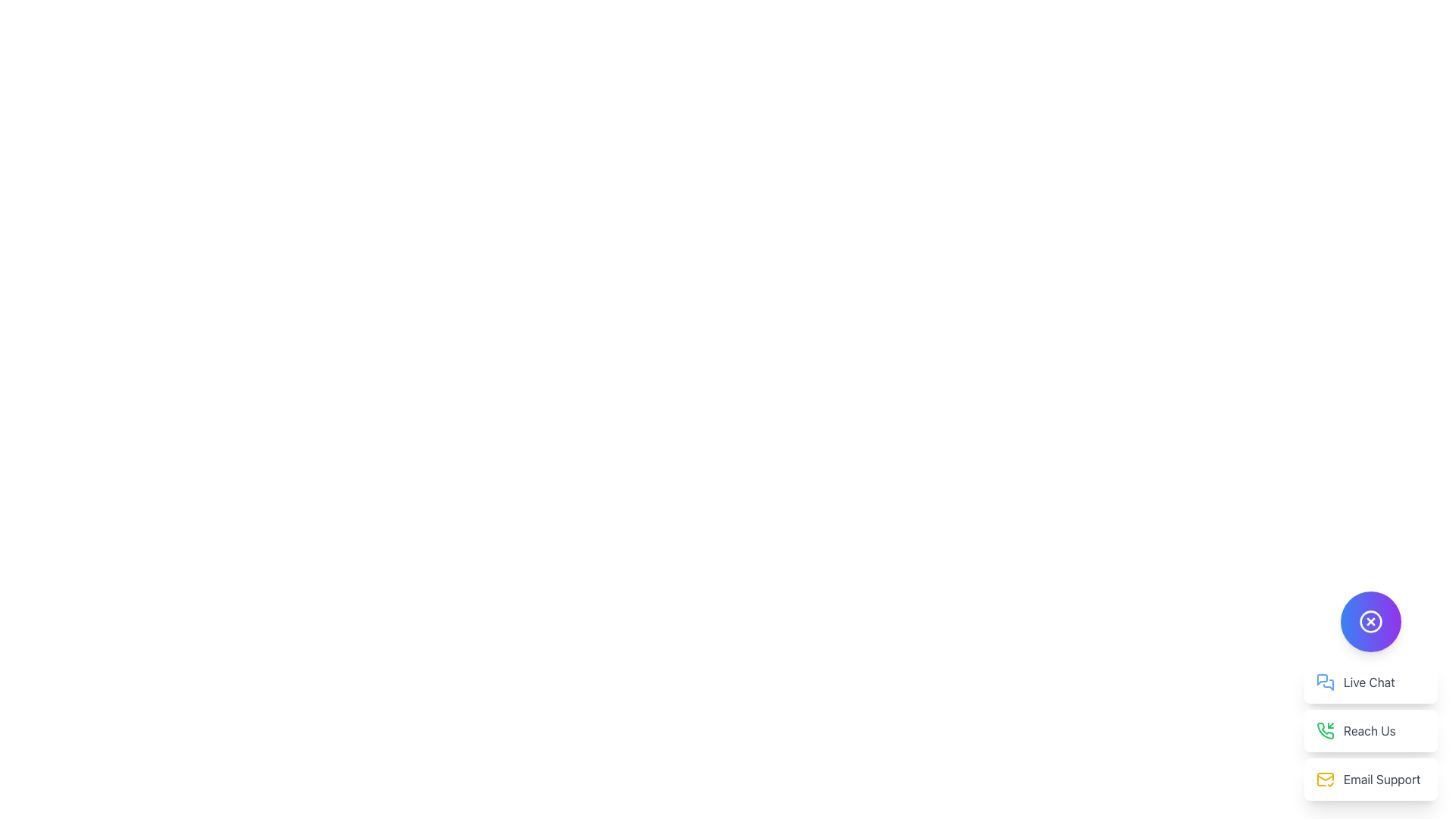 Image resolution: width=1456 pixels, height=819 pixels. I want to click on the email support icon located at the top-left corner of the 'Email Support' card, which is the third item in a vertical stack of cards in the bottom-right corner of the interface, so click(1324, 780).